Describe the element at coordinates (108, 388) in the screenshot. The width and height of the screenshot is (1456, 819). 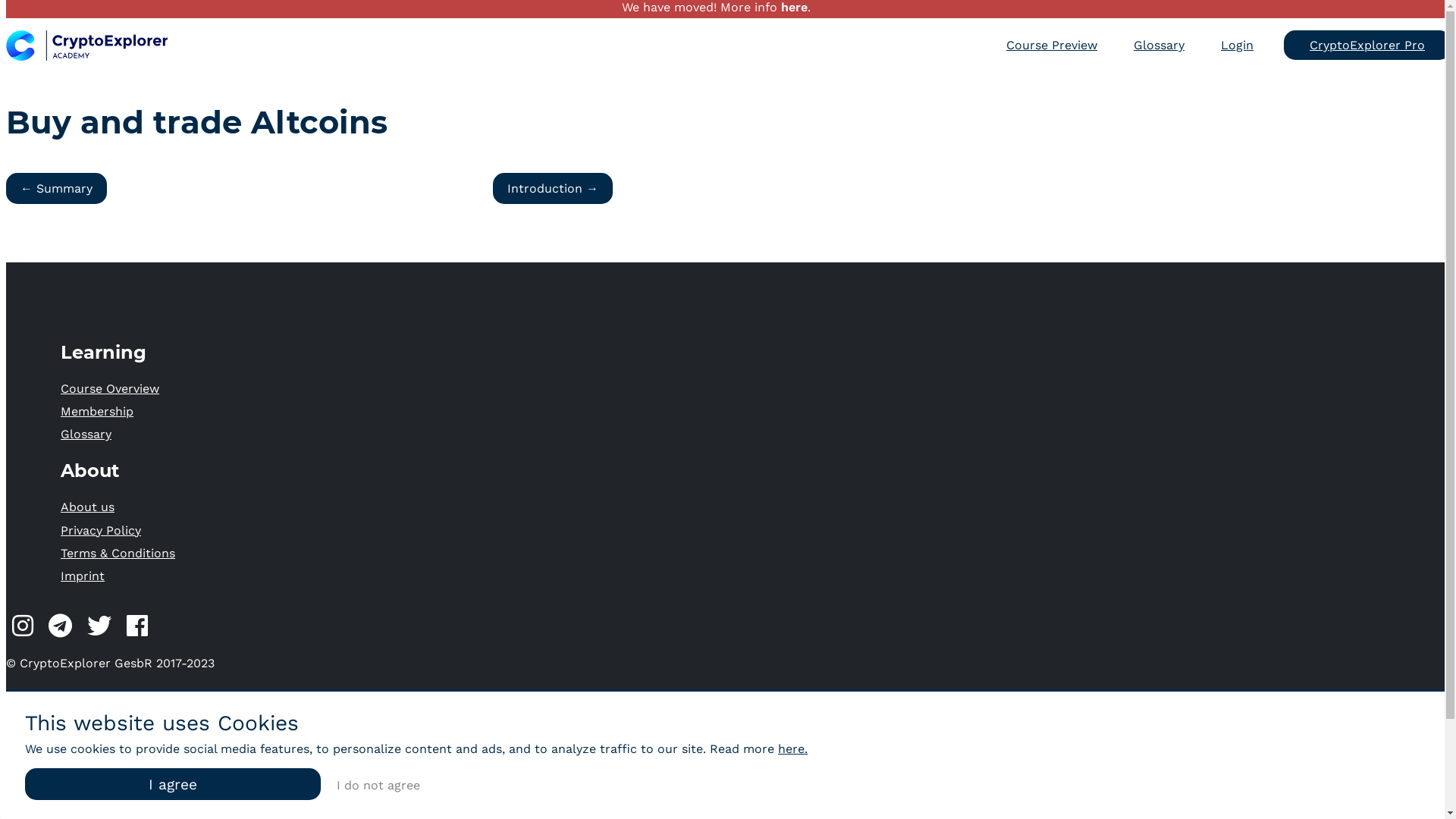
I see `'Course Overview'` at that location.